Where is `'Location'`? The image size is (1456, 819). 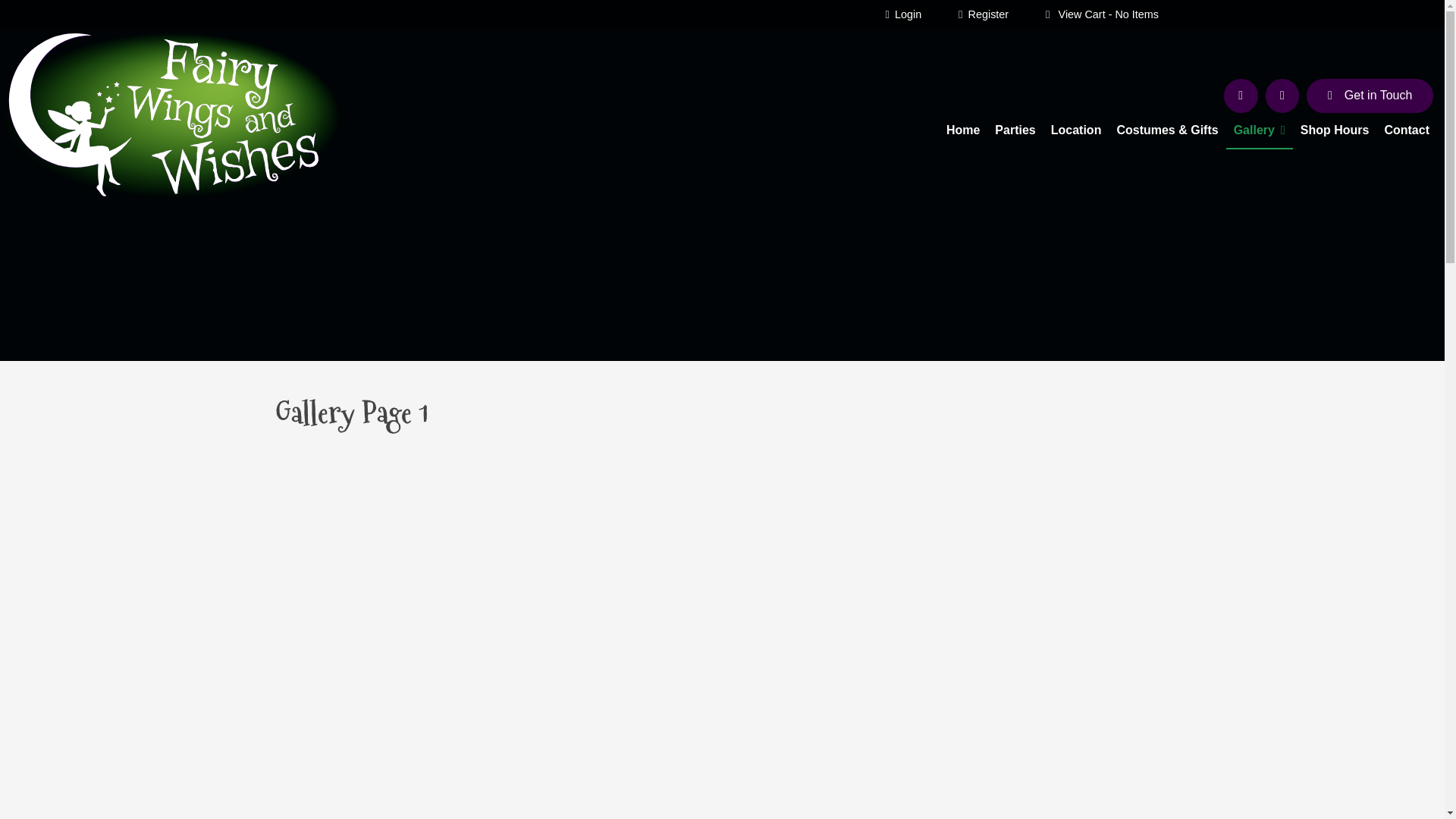 'Location' is located at coordinates (1075, 130).